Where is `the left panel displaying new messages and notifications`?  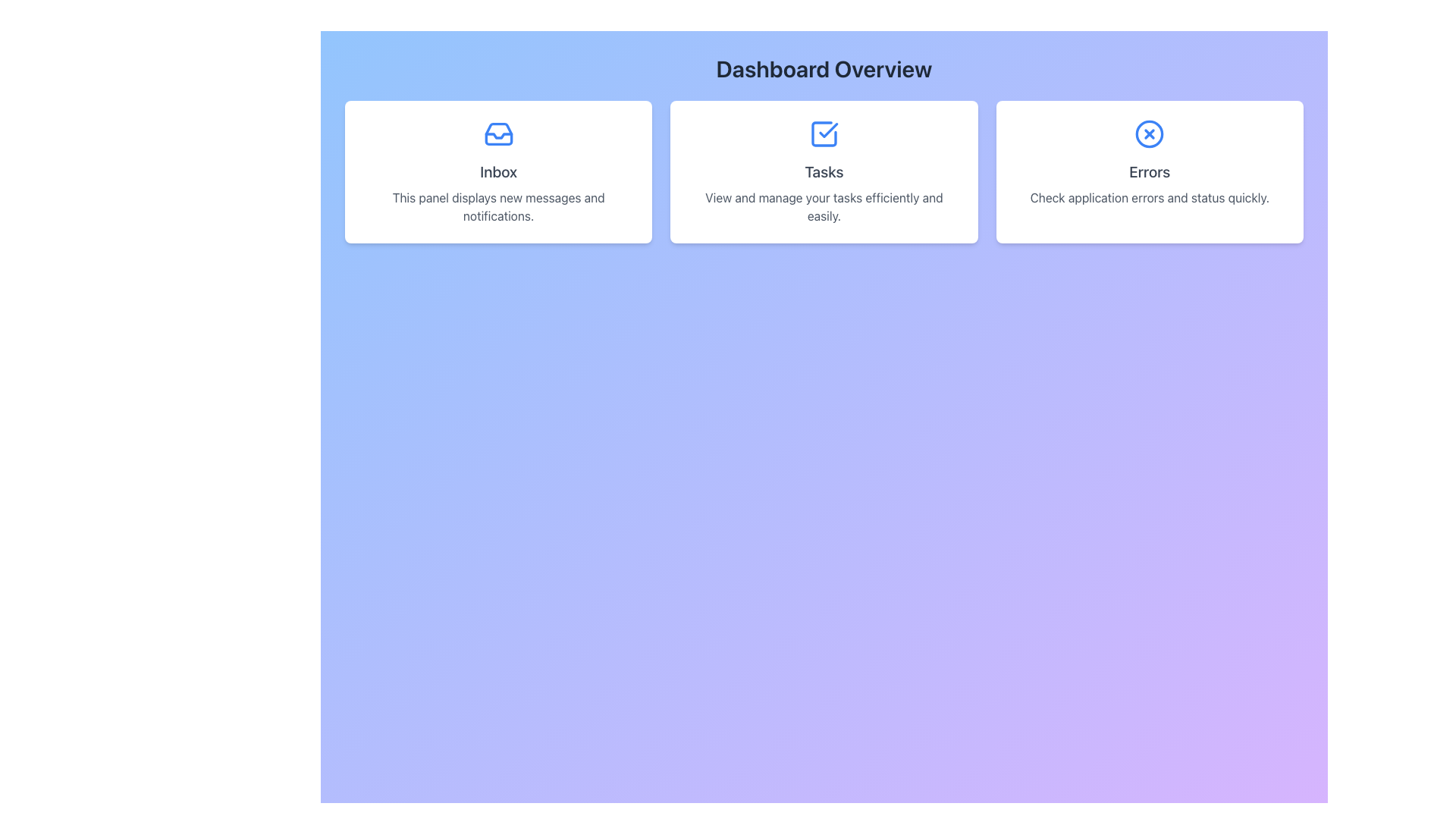 the left panel displaying new messages and notifications is located at coordinates (498, 171).